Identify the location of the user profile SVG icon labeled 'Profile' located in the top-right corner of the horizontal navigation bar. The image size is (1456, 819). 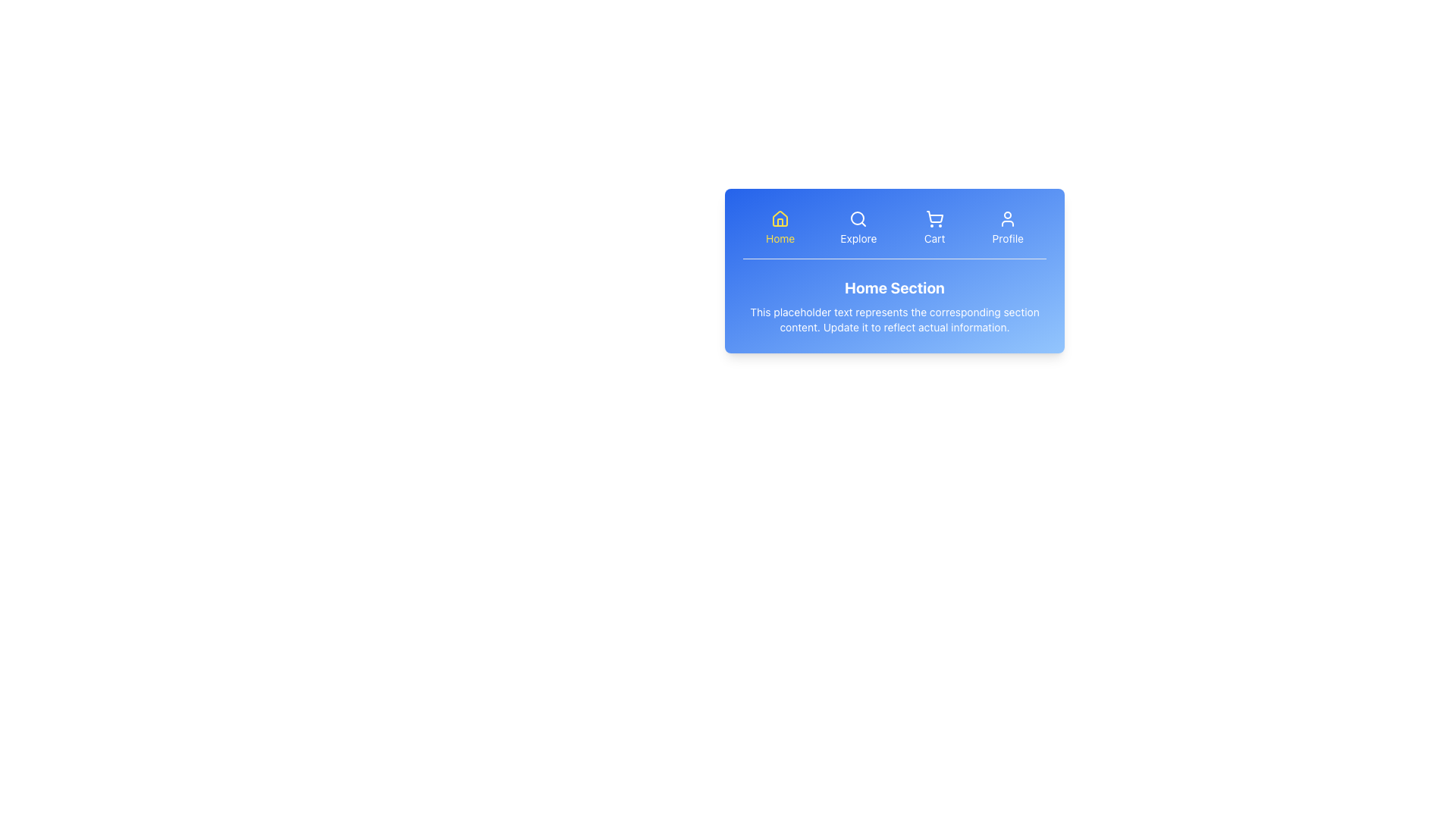
(1008, 219).